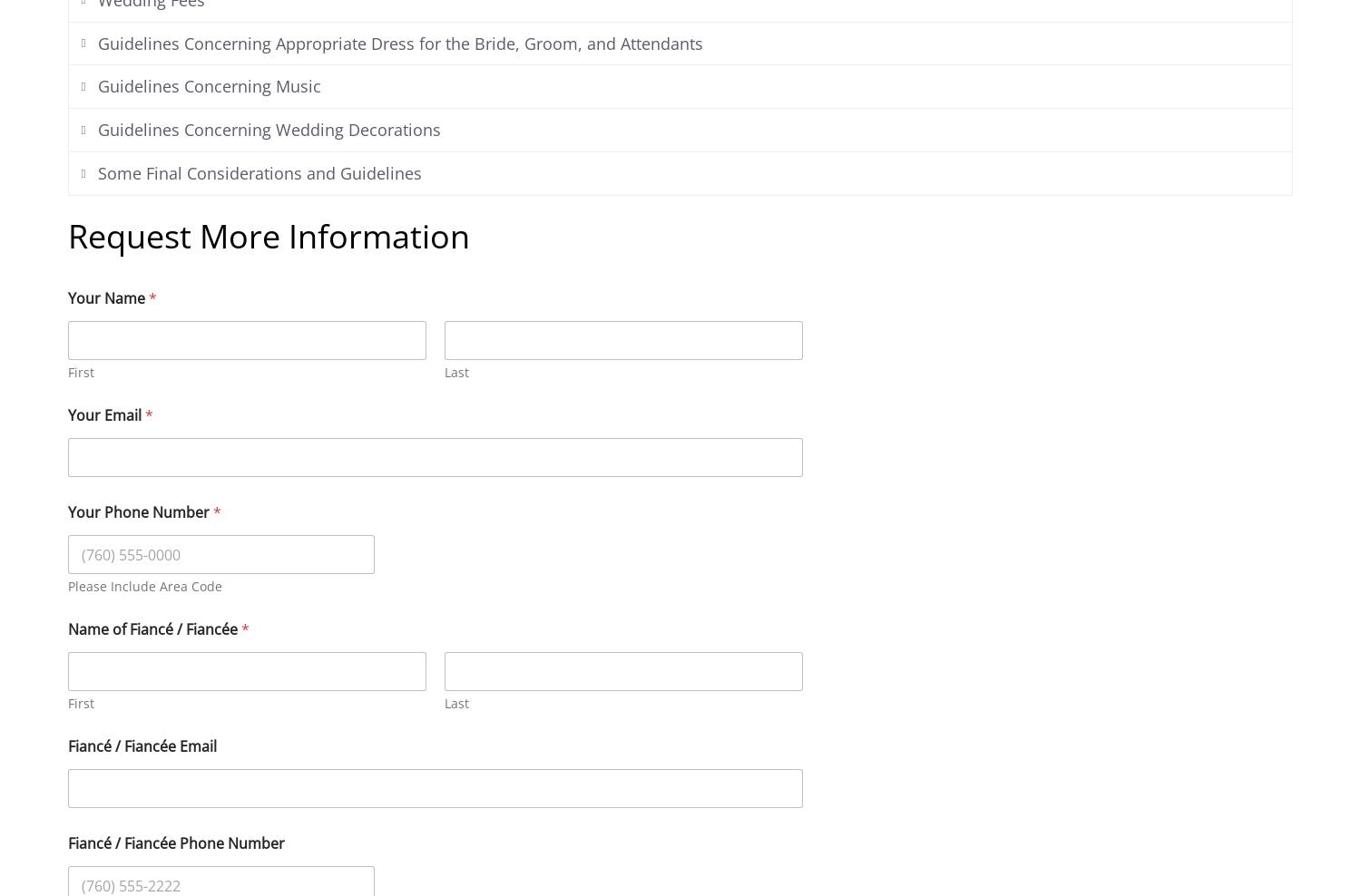 This screenshot has height=896, width=1361. Describe the element at coordinates (398, 42) in the screenshot. I see `'Guidelines Concerning Appropriate Dress for the Bride, Groom, and Attendants'` at that location.